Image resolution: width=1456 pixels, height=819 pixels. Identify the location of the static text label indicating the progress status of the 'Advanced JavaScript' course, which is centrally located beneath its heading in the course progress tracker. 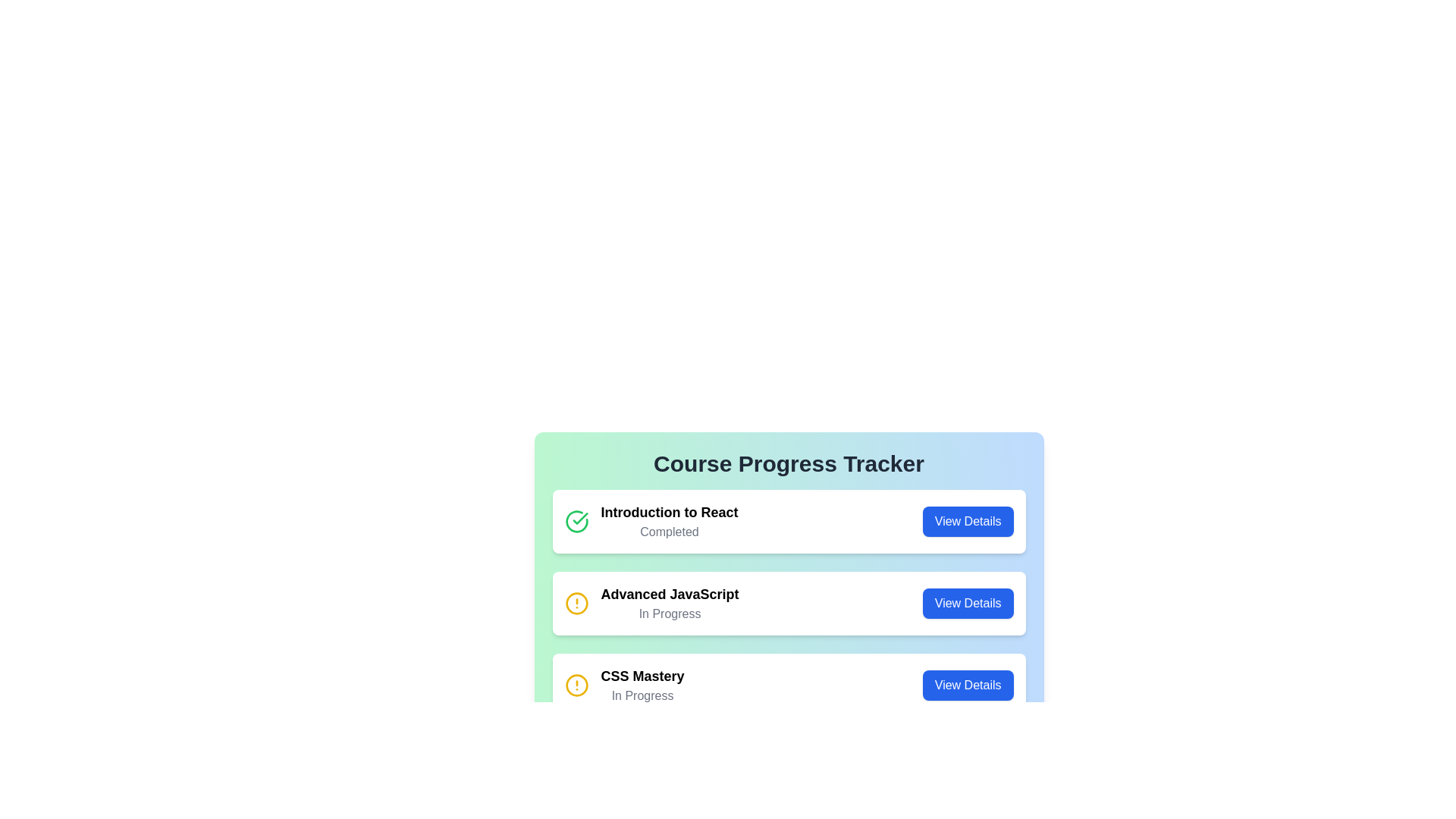
(669, 614).